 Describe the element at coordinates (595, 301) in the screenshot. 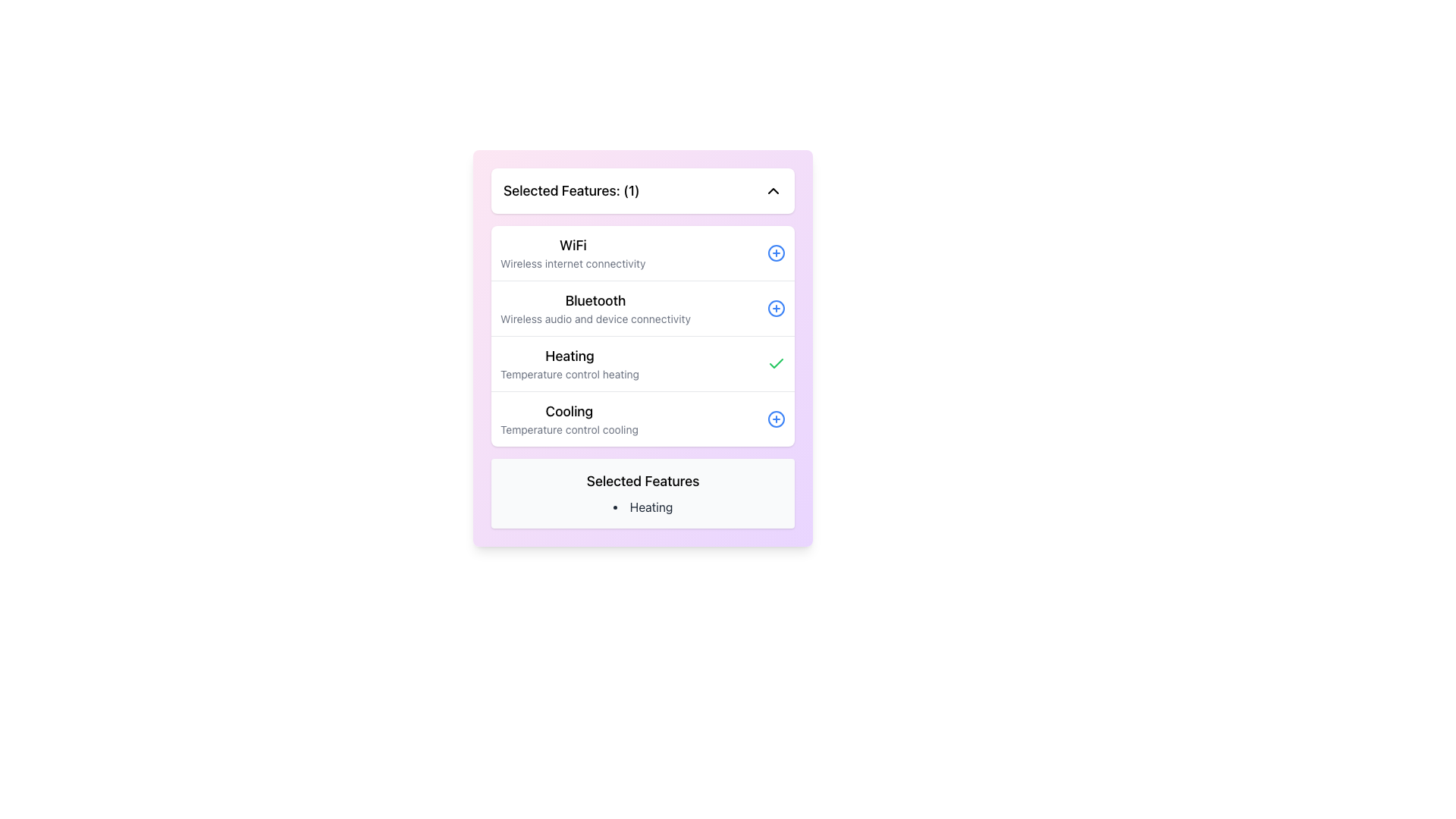

I see `label titled 'Bluetooth', which is the second item in the list of features, following 'WiFi' and before 'Heating'` at that location.